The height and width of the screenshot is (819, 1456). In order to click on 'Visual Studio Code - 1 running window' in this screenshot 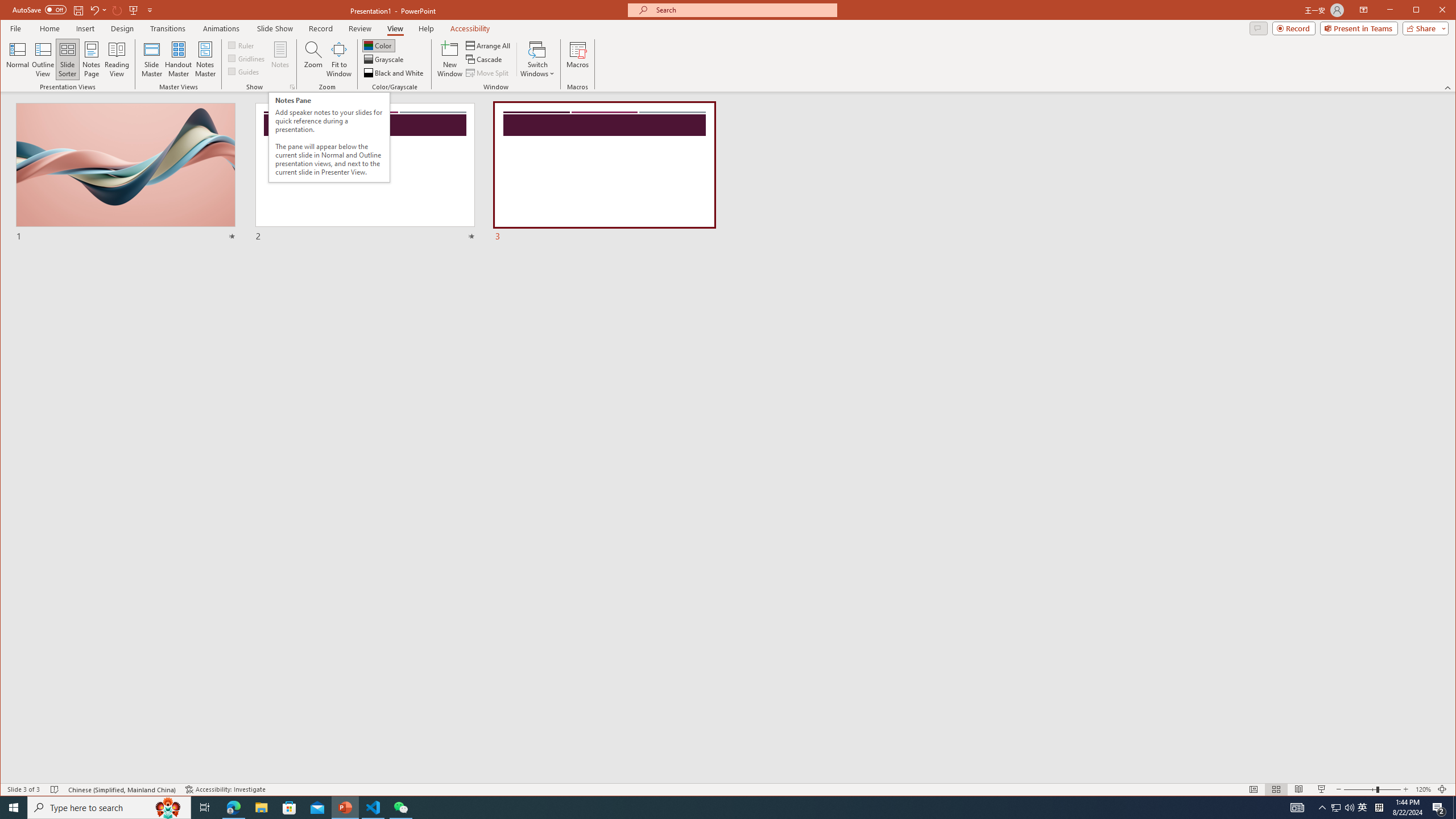, I will do `click(373, 806)`.